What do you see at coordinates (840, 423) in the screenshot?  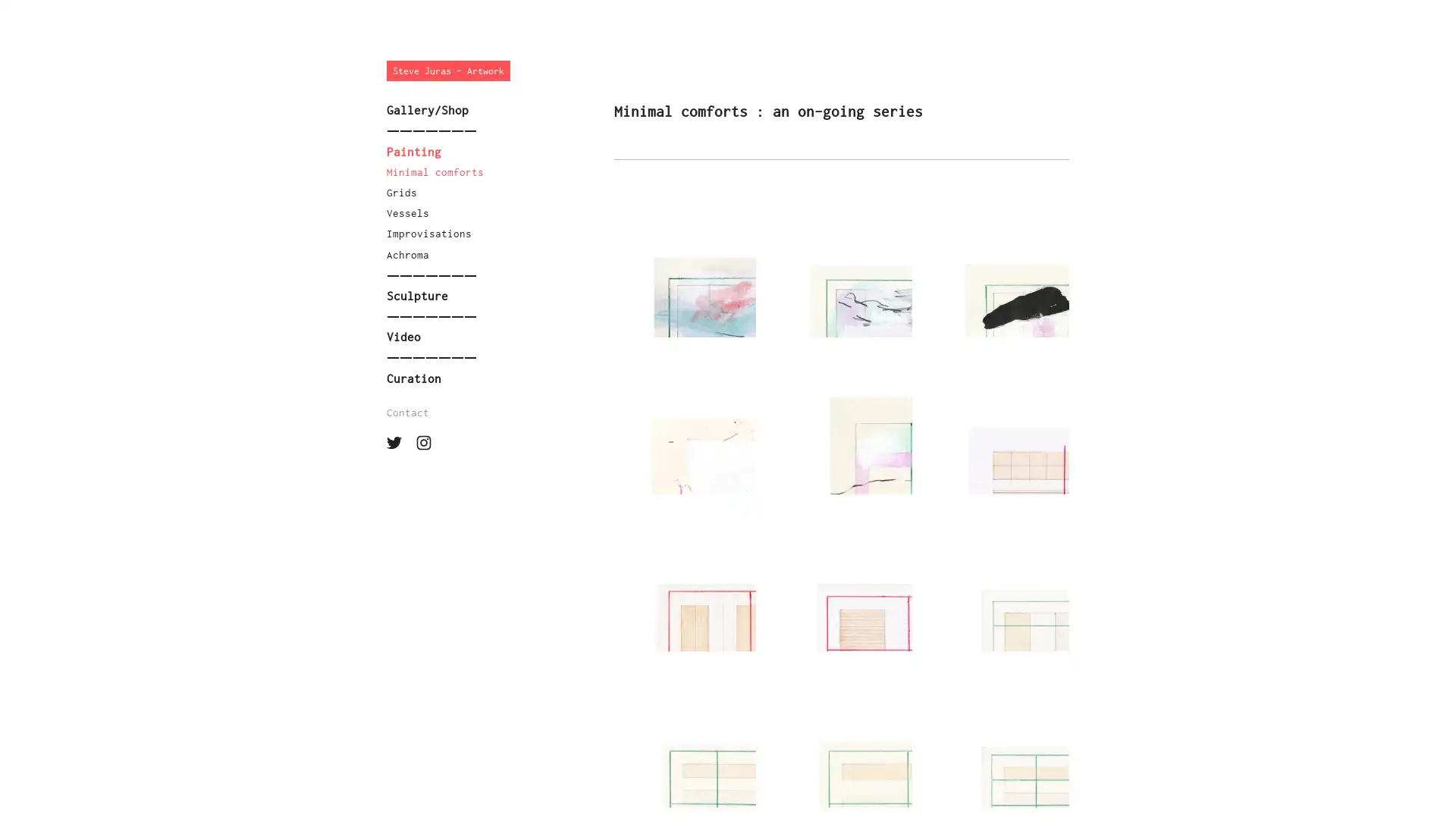 I see `View fullsize Gut feeling (05)` at bounding box center [840, 423].